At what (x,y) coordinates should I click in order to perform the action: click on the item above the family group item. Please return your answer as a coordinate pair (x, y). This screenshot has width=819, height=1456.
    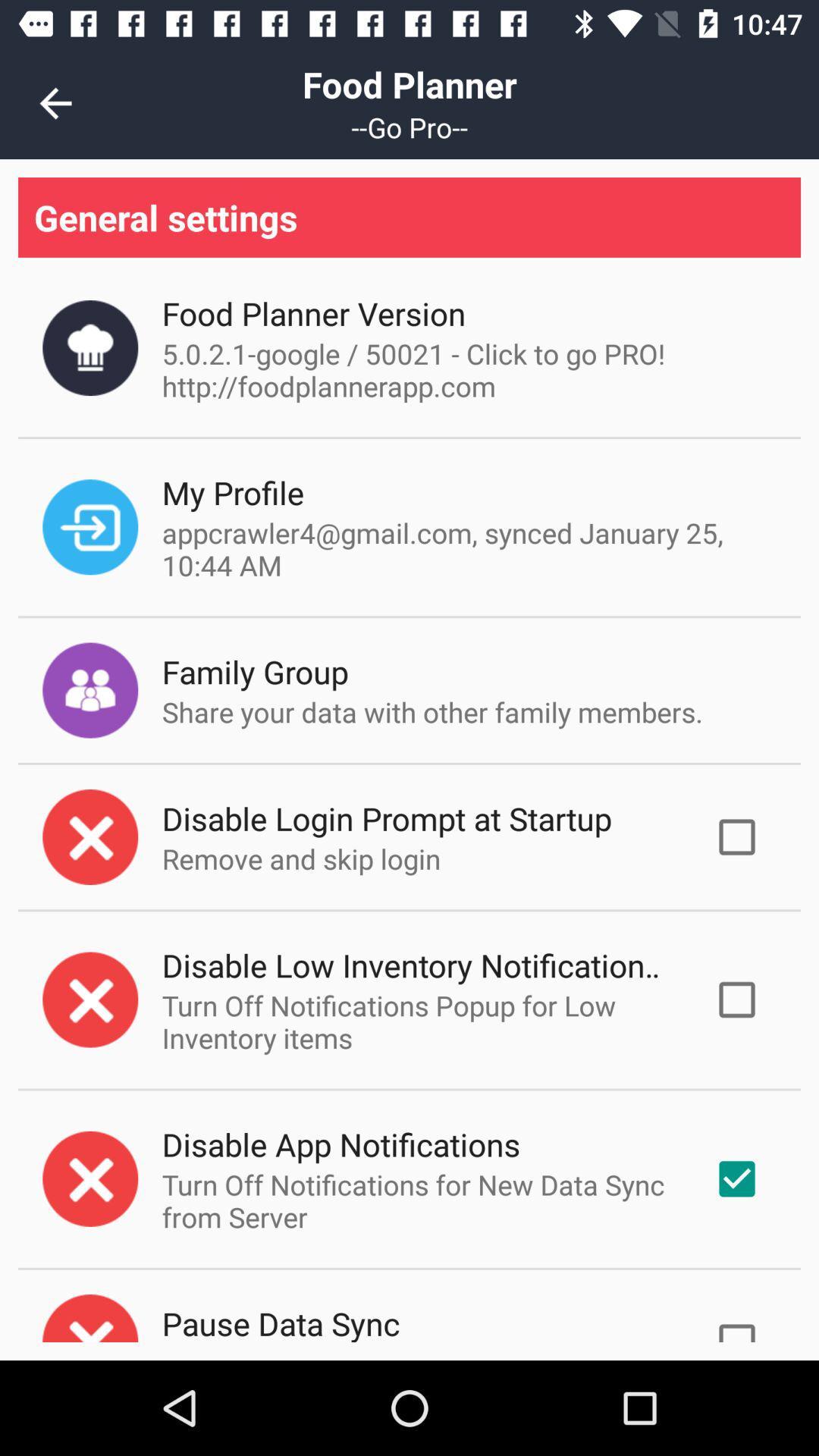
    Looking at the image, I should click on (464, 548).